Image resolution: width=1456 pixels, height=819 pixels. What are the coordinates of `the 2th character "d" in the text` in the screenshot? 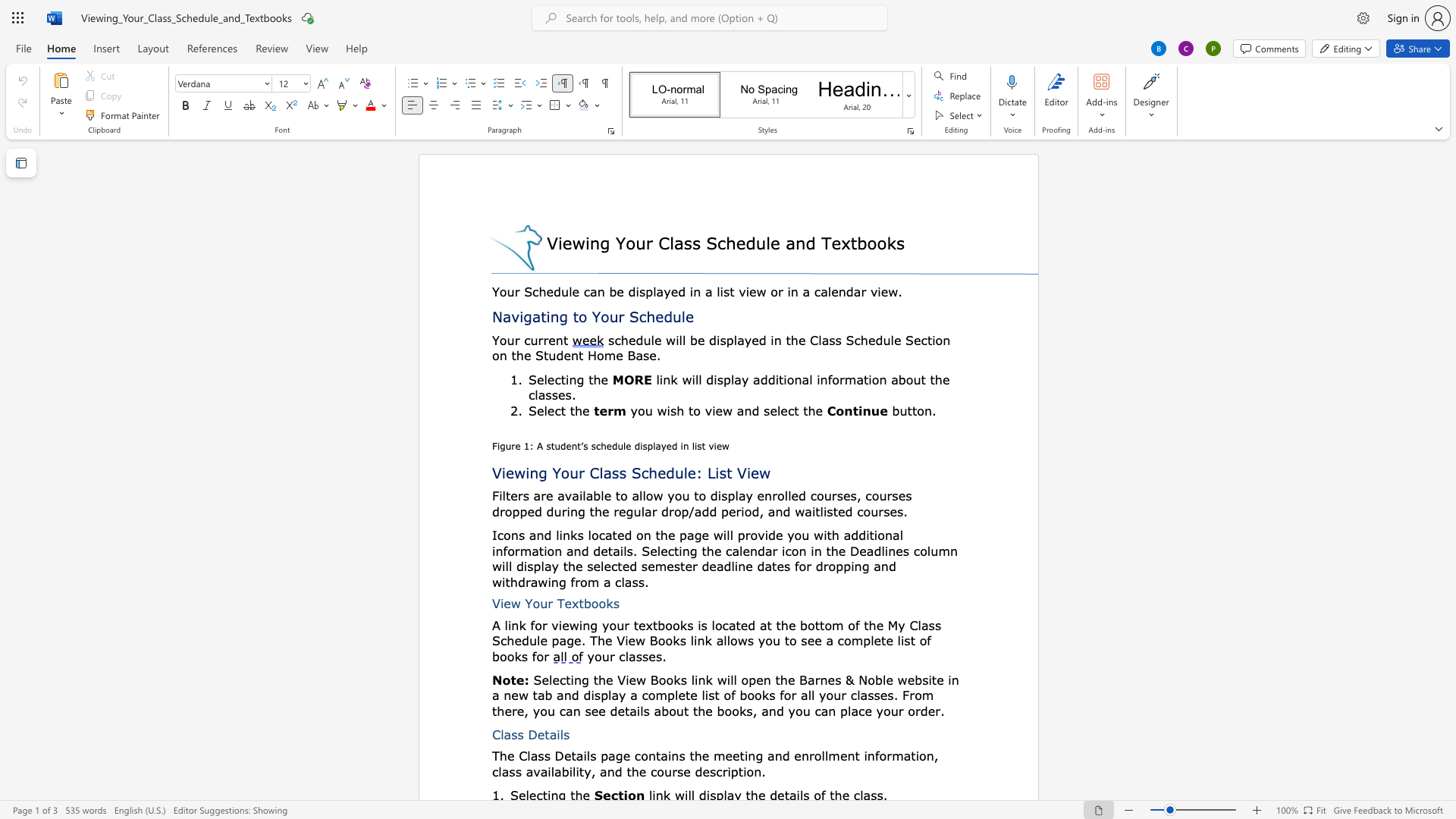 It's located at (614, 445).